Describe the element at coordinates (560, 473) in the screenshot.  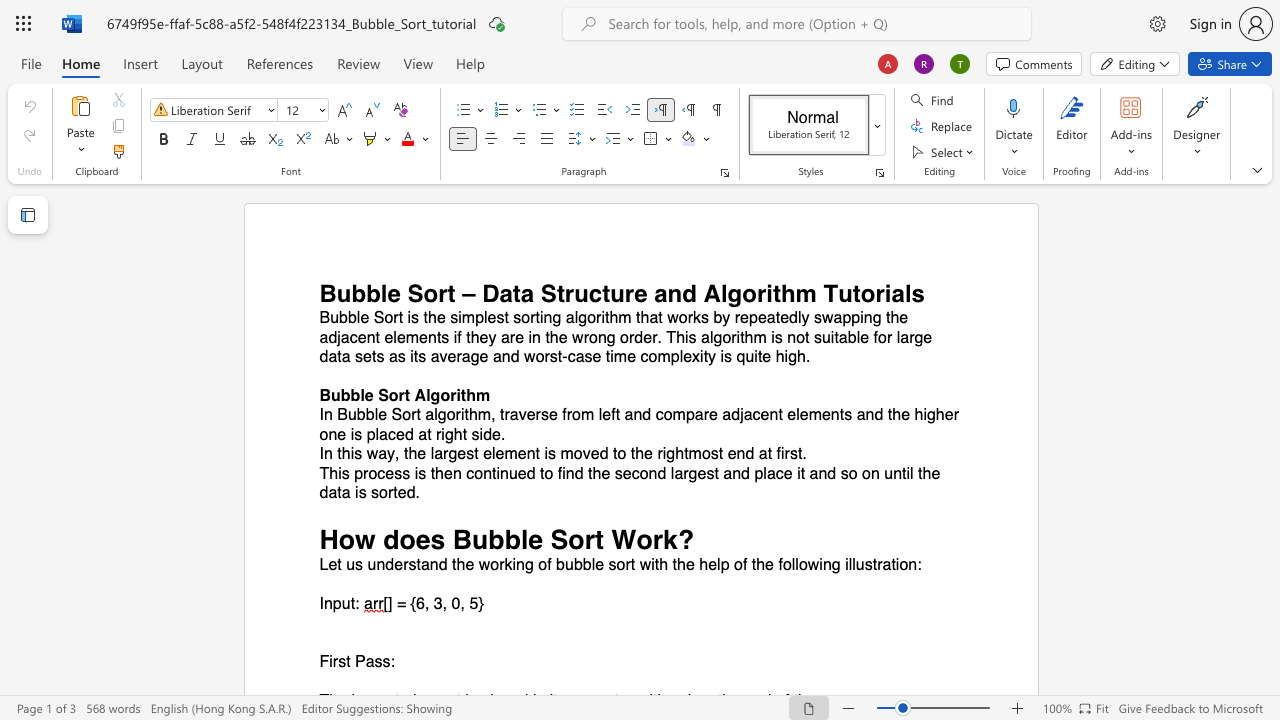
I see `the 1th character "f" in the text` at that location.